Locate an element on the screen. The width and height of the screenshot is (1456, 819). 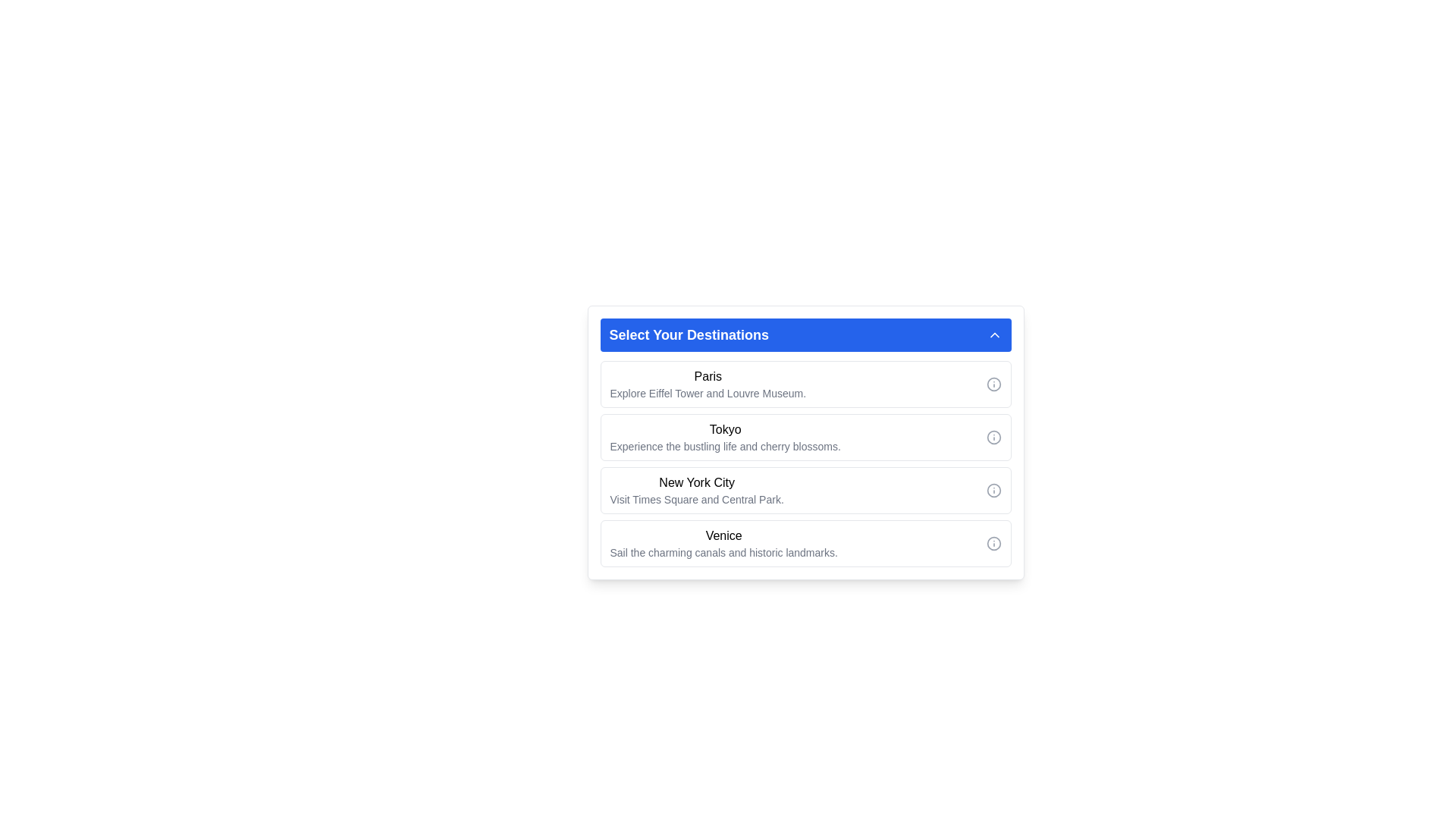
the informational icon located at the far-right end of the row labeled 'Venice' is located at coordinates (993, 543).